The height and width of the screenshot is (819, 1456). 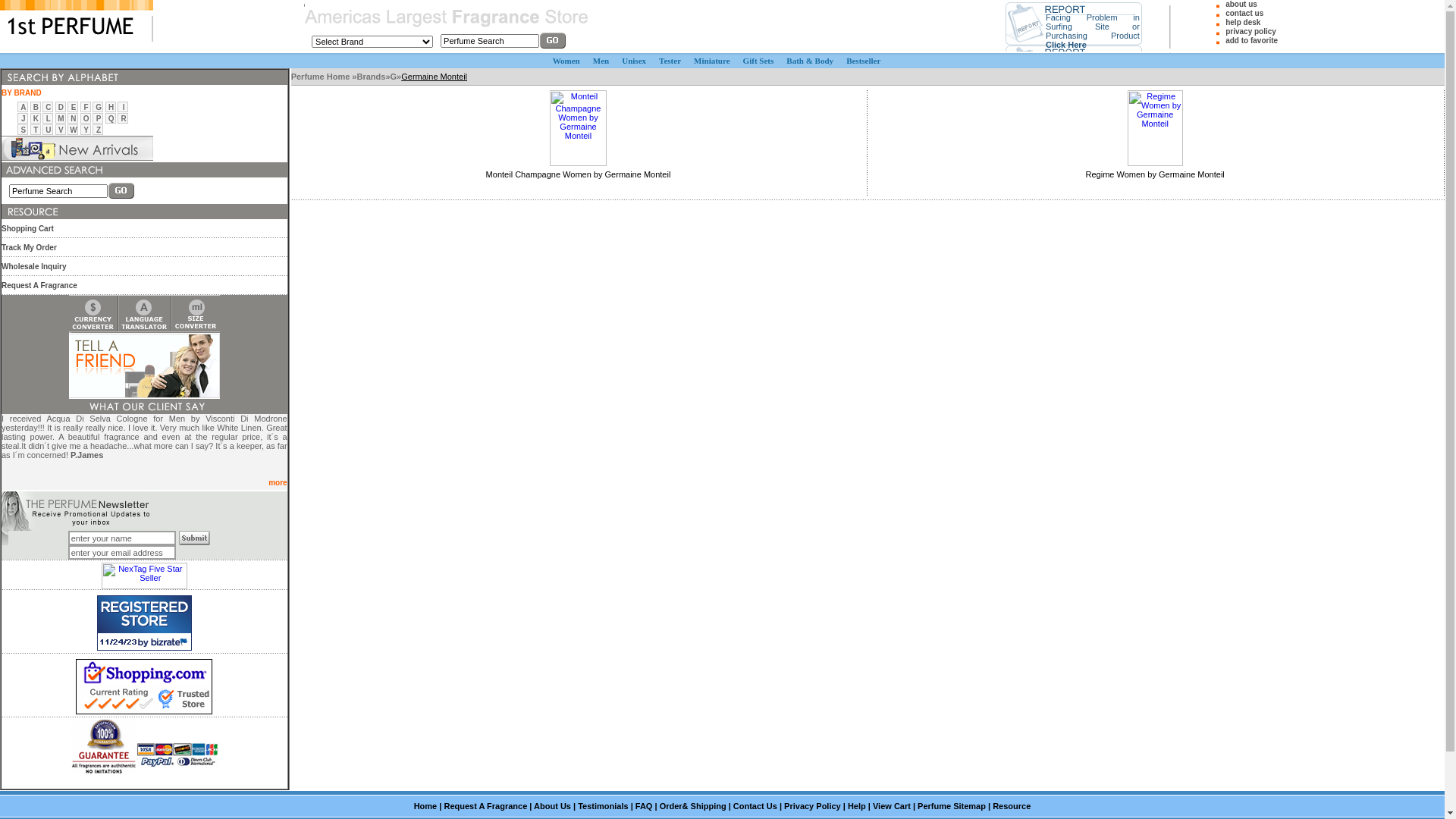 I want to click on 'Perfume Home', so click(x=321, y=76).